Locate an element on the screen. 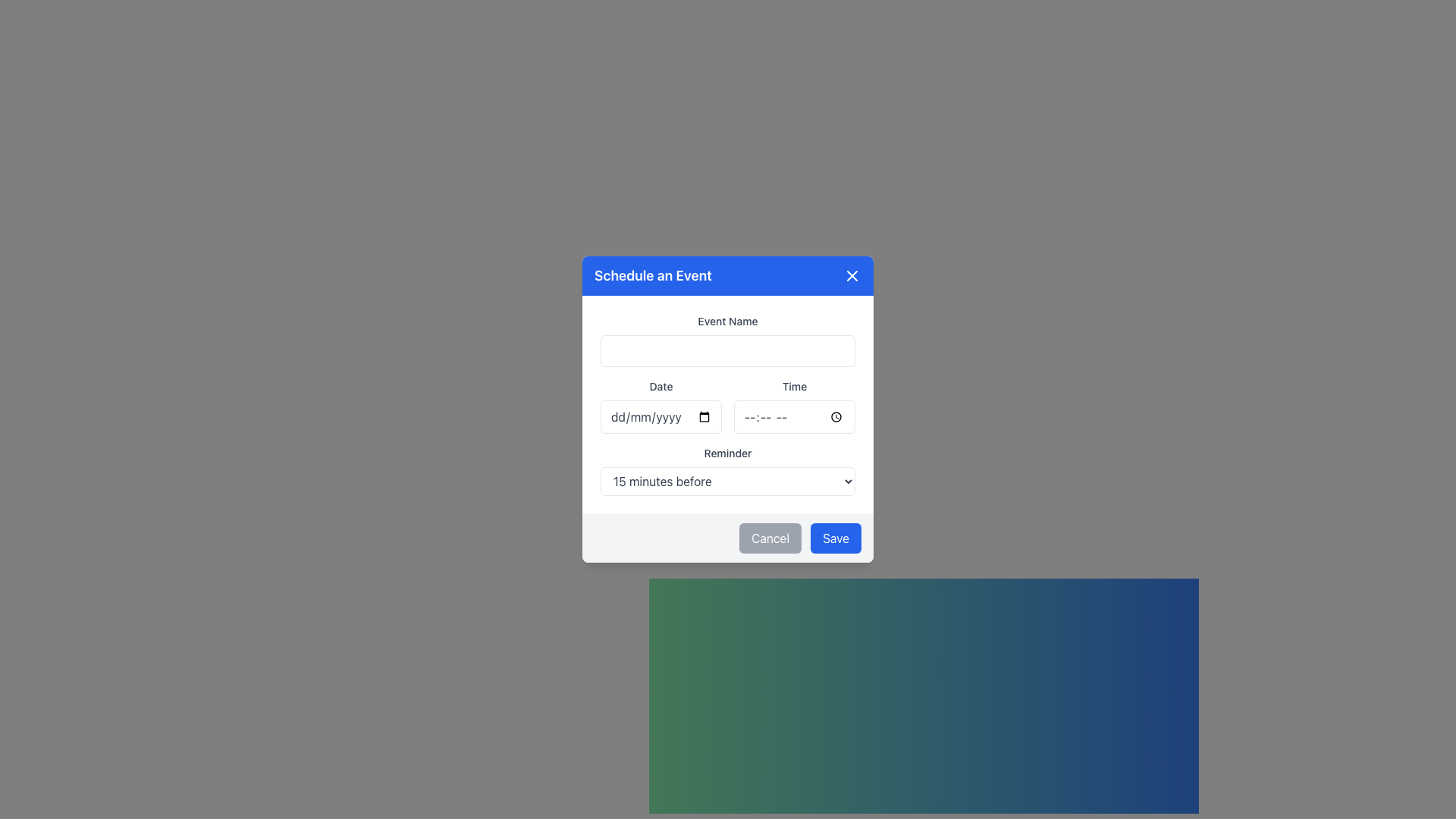 The height and width of the screenshot is (819, 1456). the 'Cancel' button, which is the first button on the bottom-right corner of the dialog box with a gray background and white text is located at coordinates (770, 537).